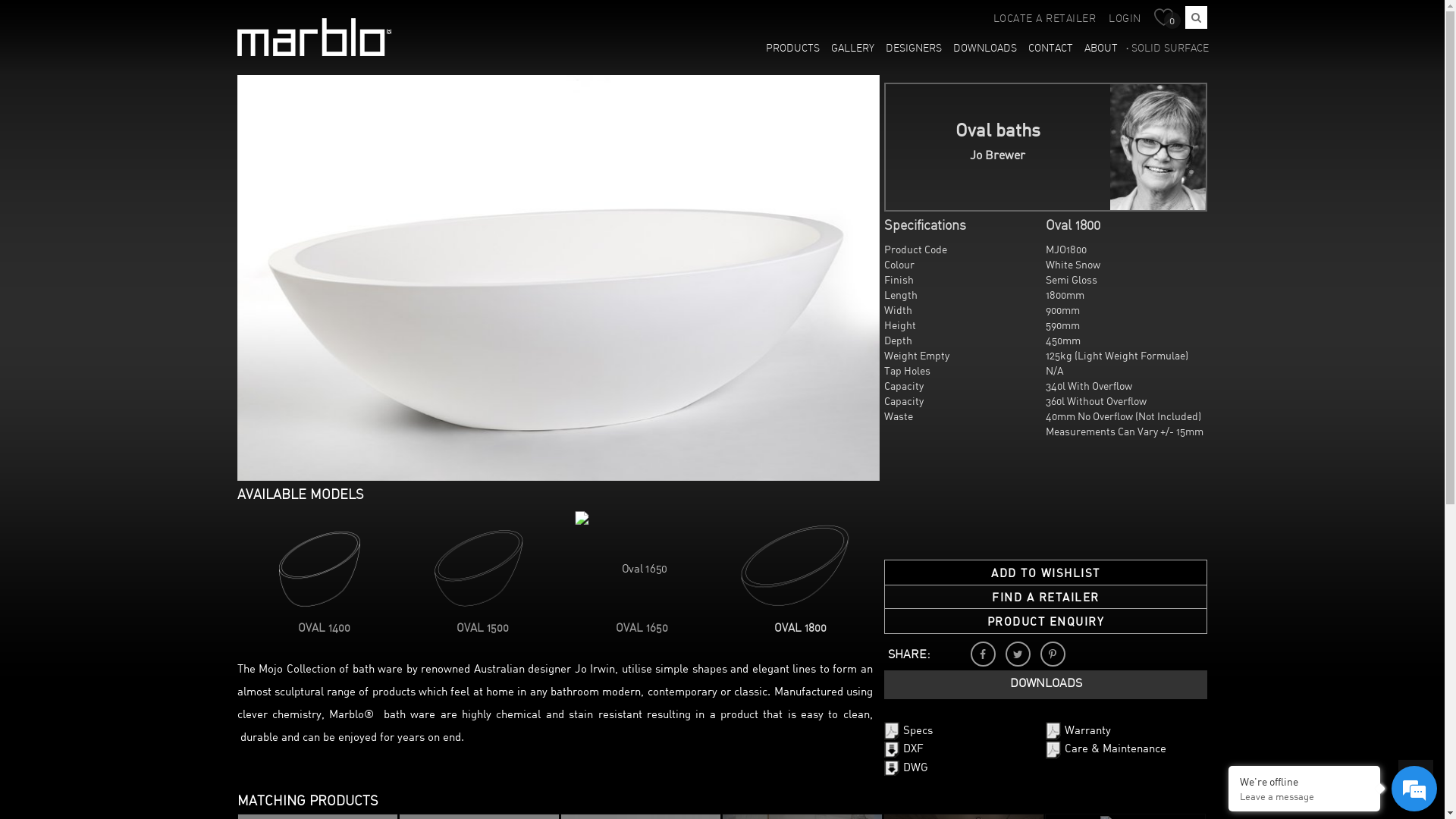  What do you see at coordinates (1167, 49) in the screenshot?
I see `'SOLID SURFACE'` at bounding box center [1167, 49].